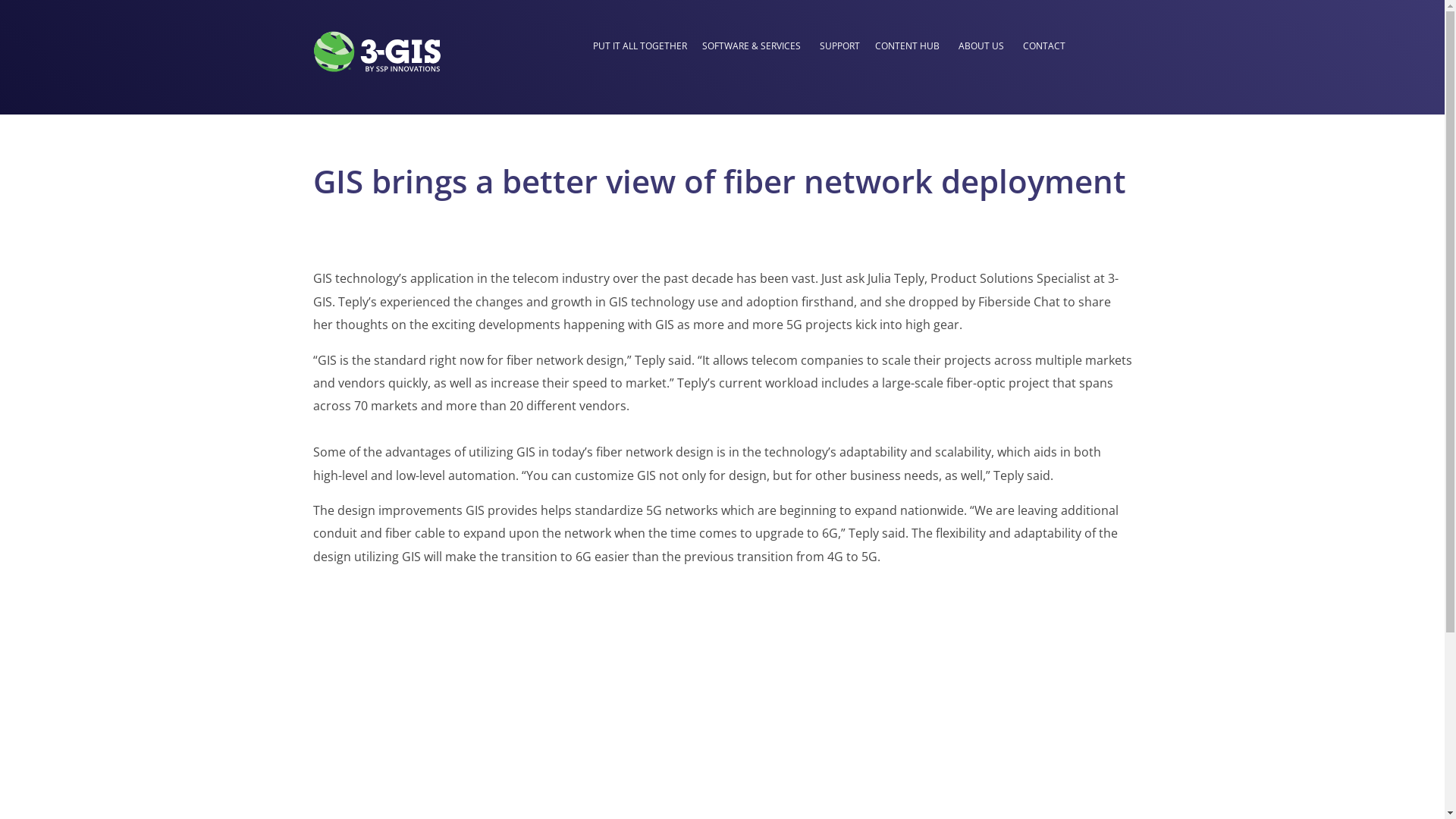 The height and width of the screenshot is (819, 1456). What do you see at coordinates (1043, 45) in the screenshot?
I see `'CONTACT'` at bounding box center [1043, 45].